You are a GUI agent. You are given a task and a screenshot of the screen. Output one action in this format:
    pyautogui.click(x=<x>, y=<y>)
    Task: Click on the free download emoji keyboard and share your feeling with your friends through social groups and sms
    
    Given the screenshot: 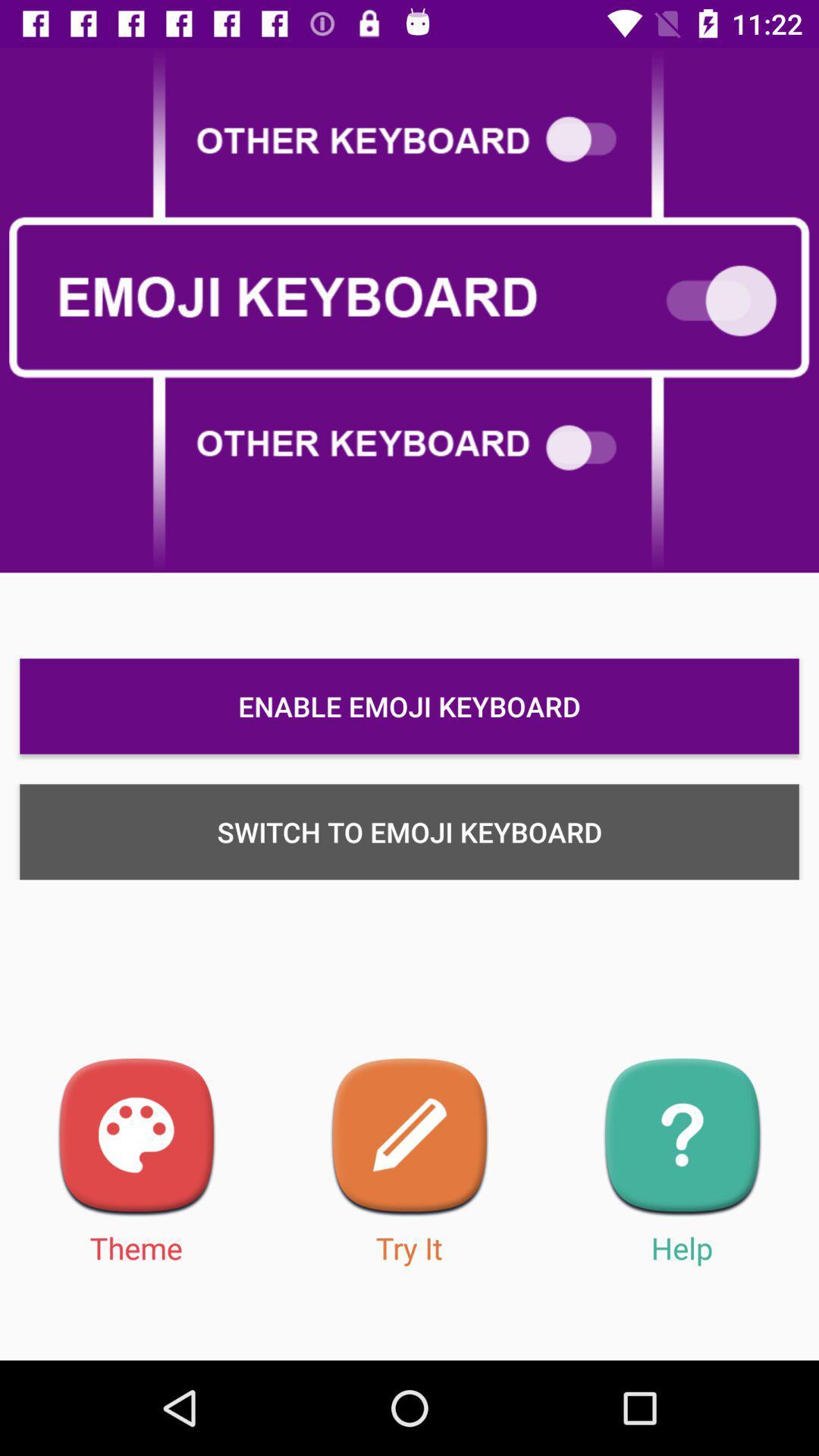 What is the action you would take?
    pyautogui.click(x=409, y=1137)
    